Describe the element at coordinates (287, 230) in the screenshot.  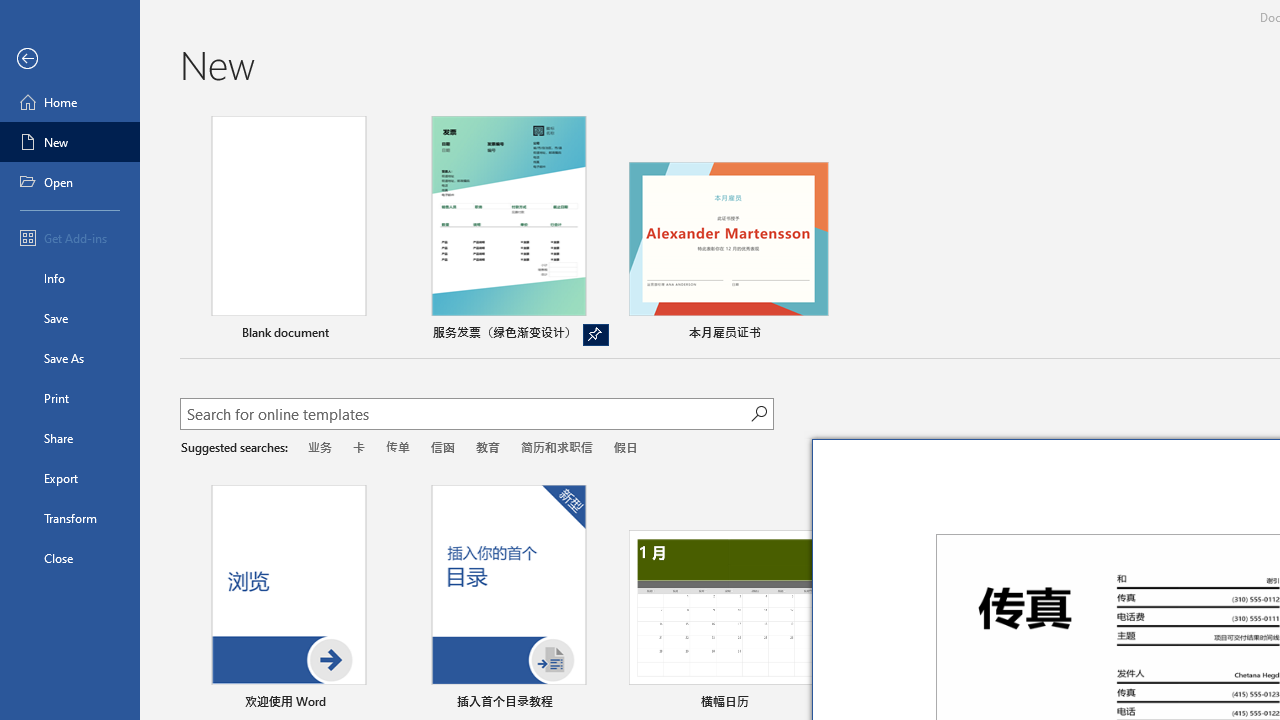
I see `'Blank document'` at that location.